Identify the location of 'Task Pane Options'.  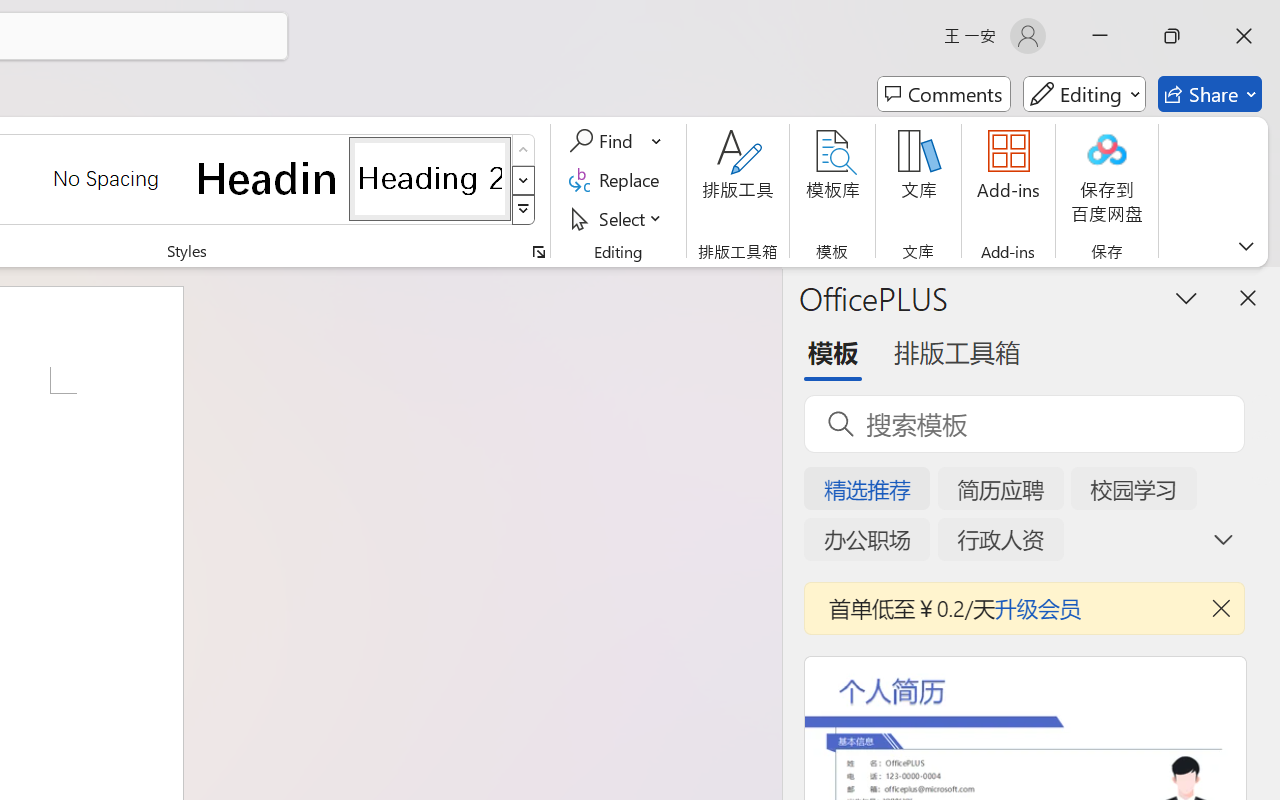
(1187, 297).